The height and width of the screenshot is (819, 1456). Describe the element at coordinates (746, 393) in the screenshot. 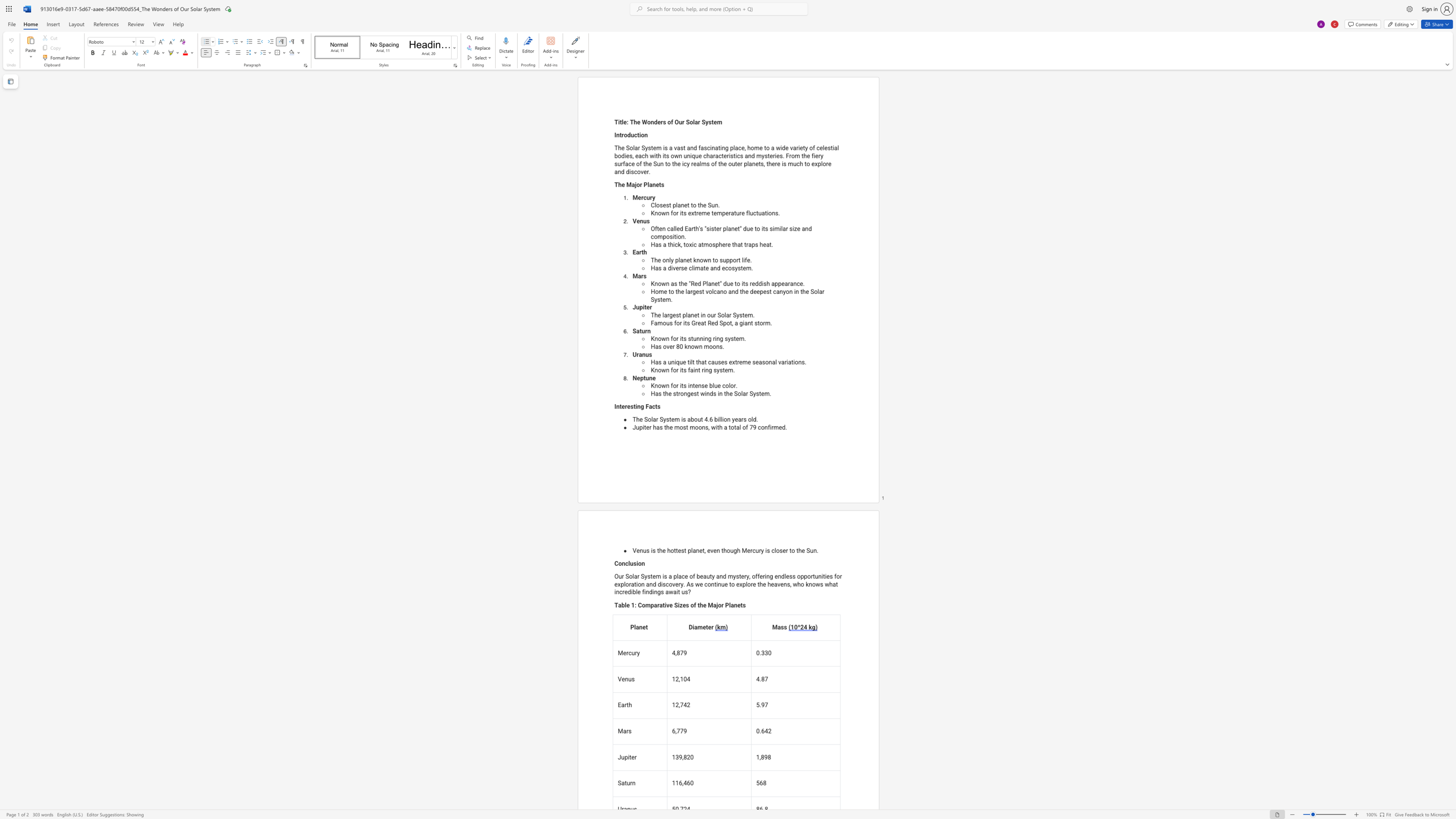

I see `the space between the continuous character "a" and "r" in the text` at that location.